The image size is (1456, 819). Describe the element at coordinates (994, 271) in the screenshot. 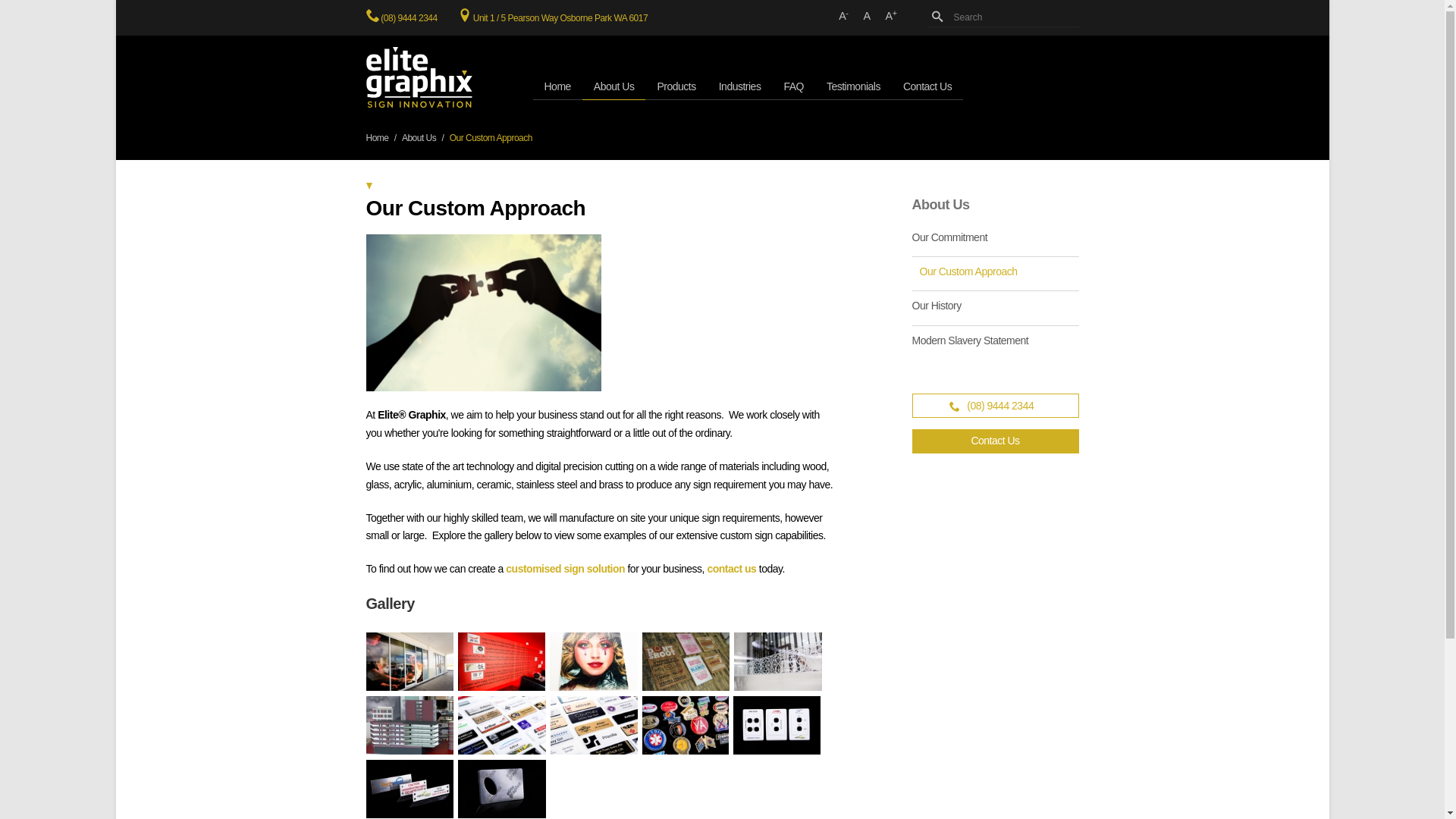

I see `'Our Custom Approach'` at that location.